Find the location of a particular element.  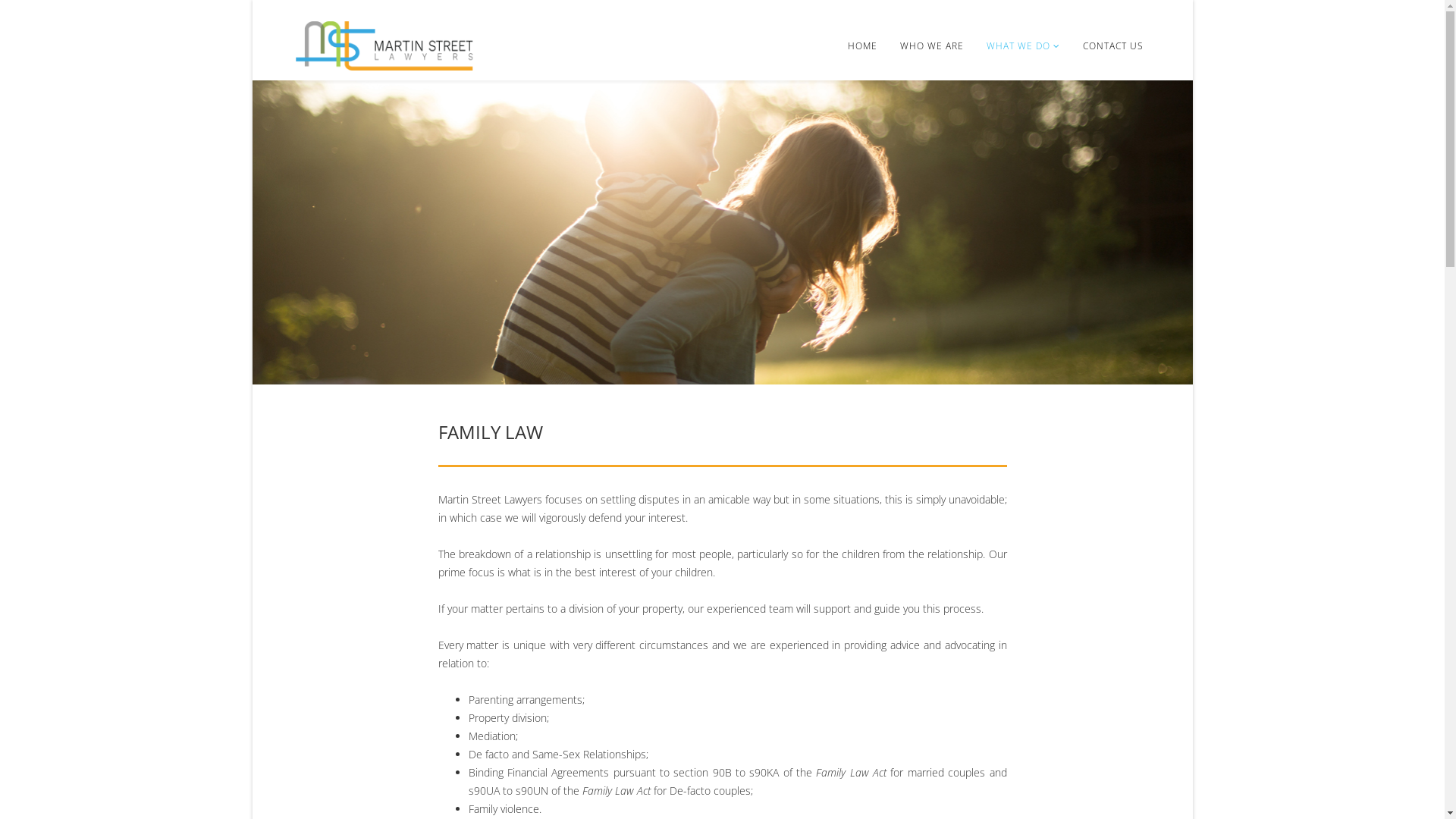

'WHAT WE DO' is located at coordinates (975, 45).